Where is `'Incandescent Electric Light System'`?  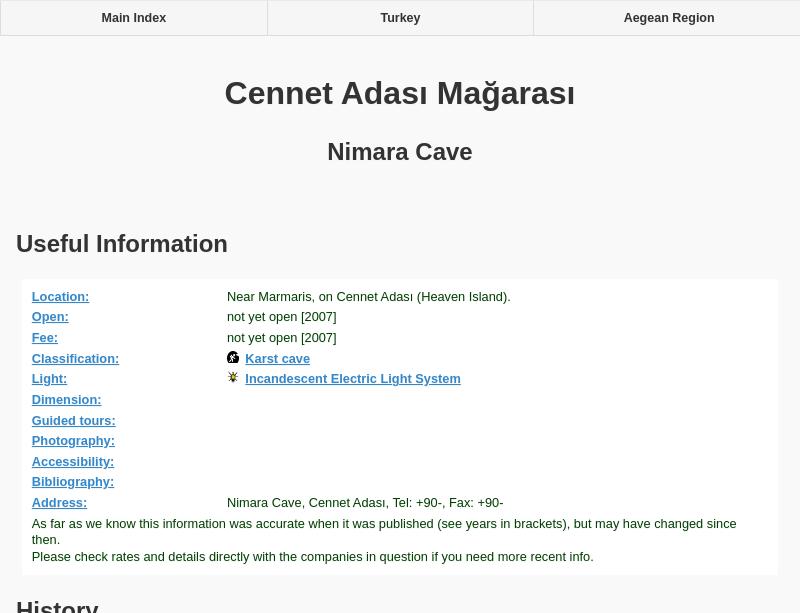 'Incandescent Electric Light System' is located at coordinates (352, 377).